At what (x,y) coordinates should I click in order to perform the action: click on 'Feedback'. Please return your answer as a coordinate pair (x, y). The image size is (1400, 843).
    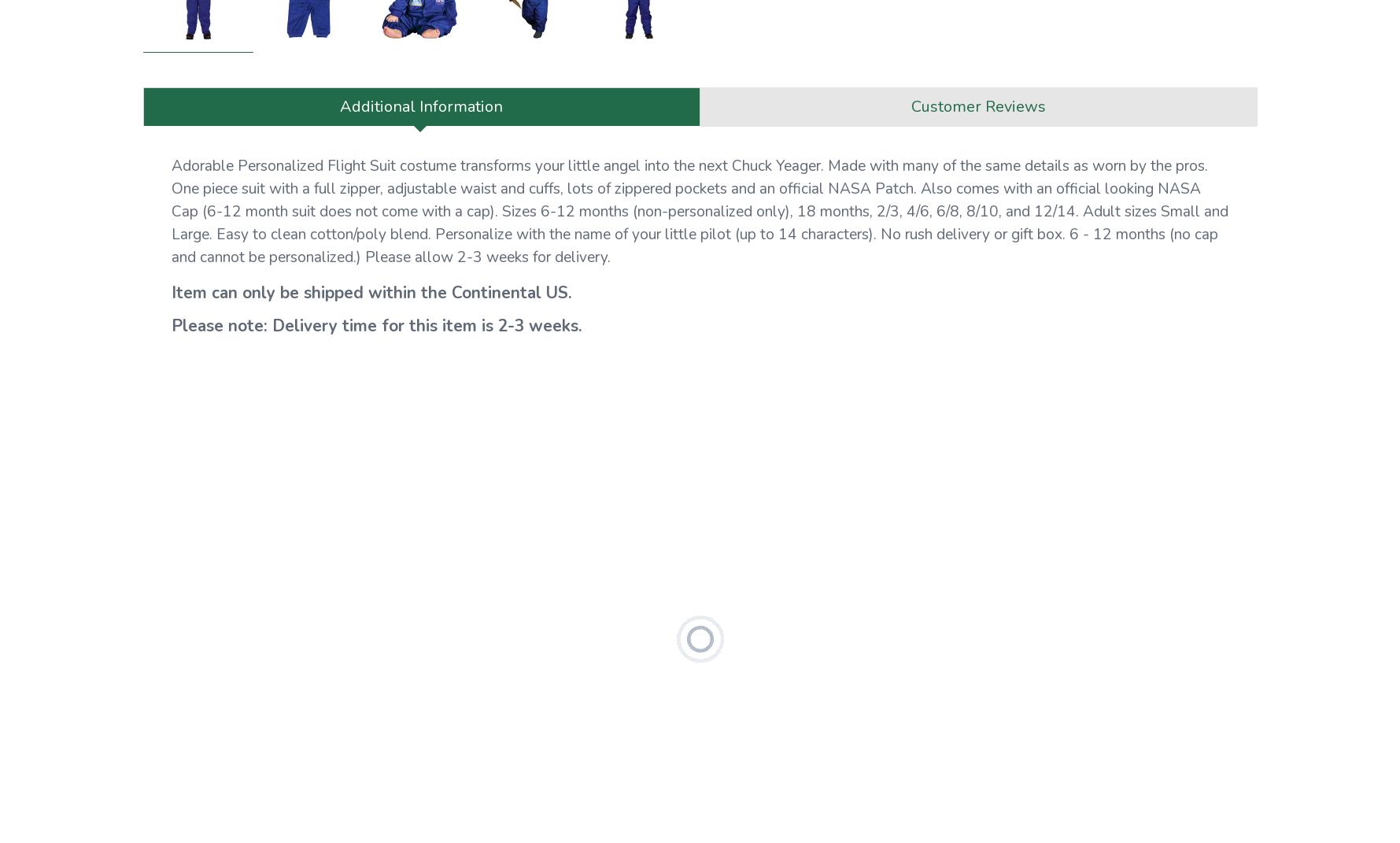
    Looking at the image, I should click on (848, 246).